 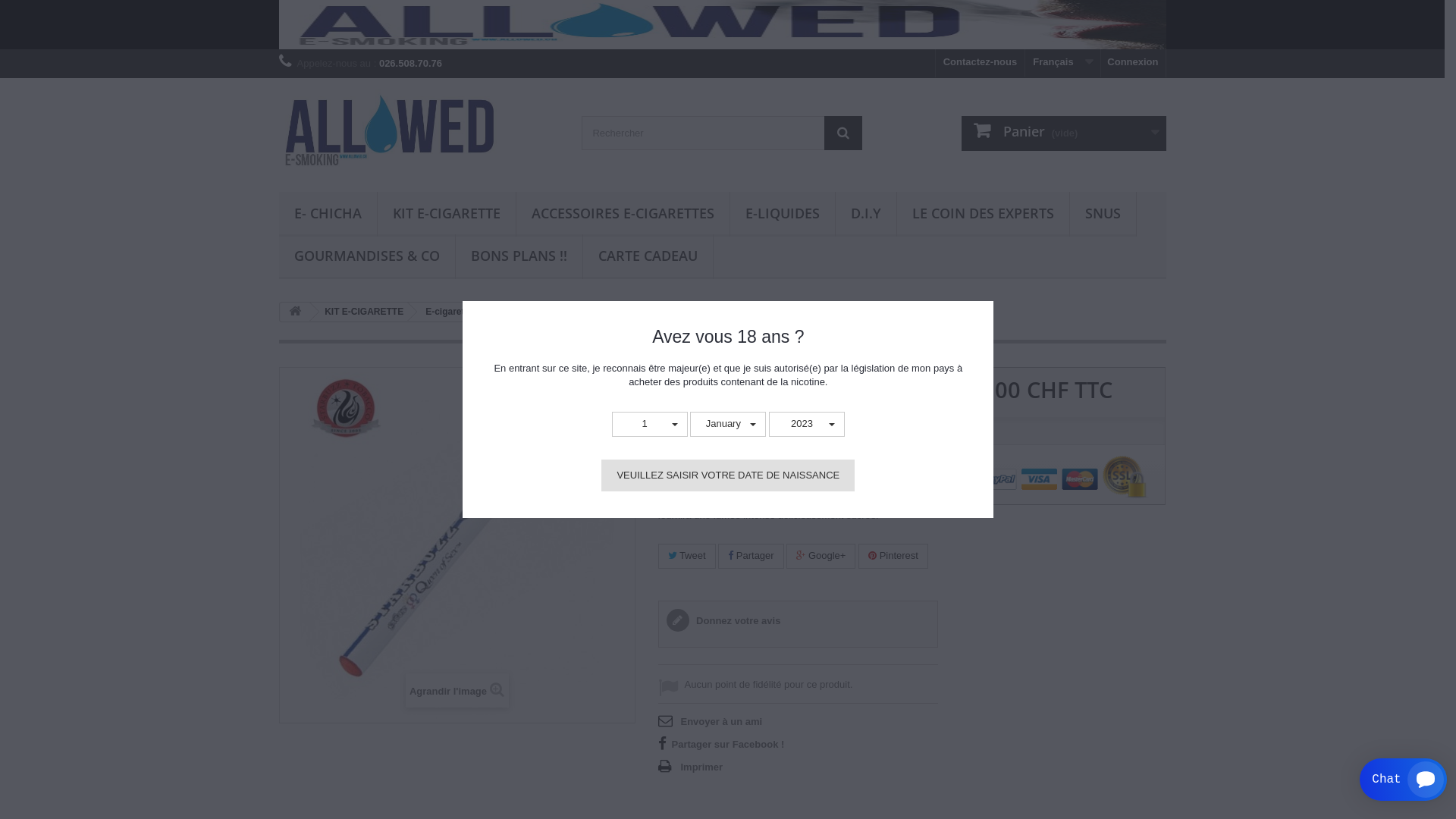 What do you see at coordinates (729, 214) in the screenshot?
I see `'E-LIQUIDES'` at bounding box center [729, 214].